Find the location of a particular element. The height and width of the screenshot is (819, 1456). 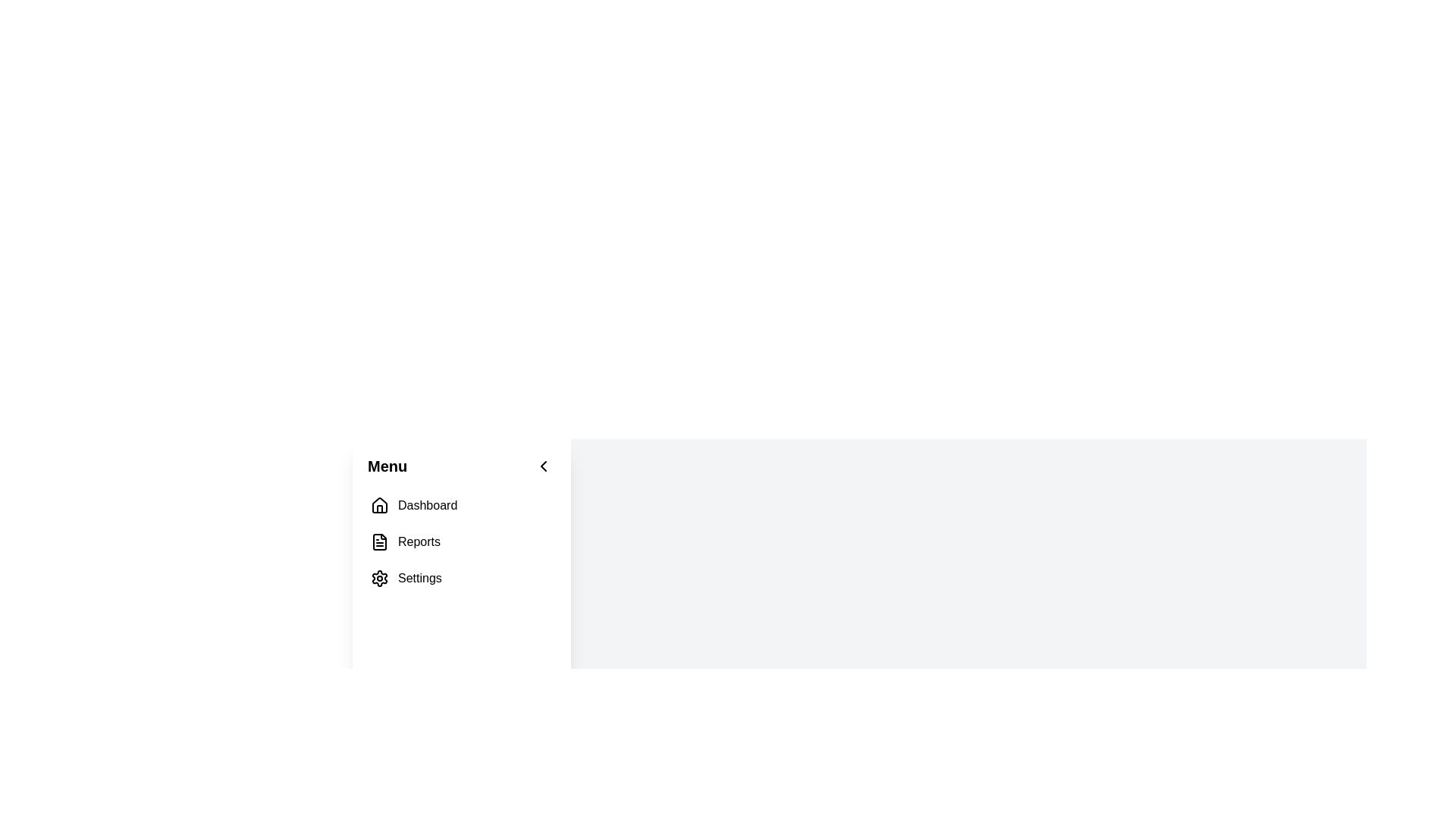

the bold text labeled 'Menu' at the top-left of the vertical navigation menu is located at coordinates (388, 465).